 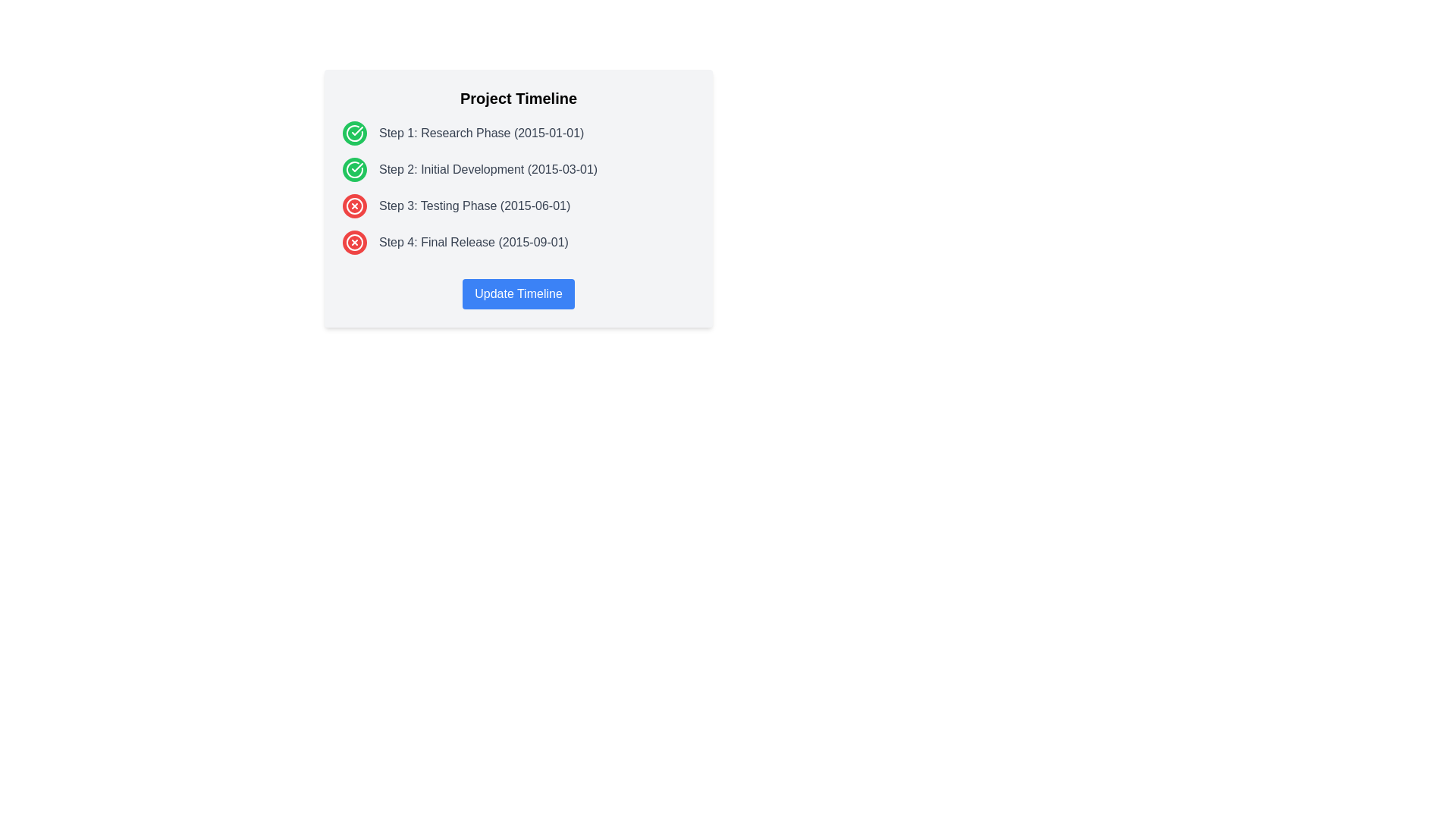 What do you see at coordinates (519, 294) in the screenshot?
I see `the button located centrally within the project timeline card, which triggers a color change effect` at bounding box center [519, 294].